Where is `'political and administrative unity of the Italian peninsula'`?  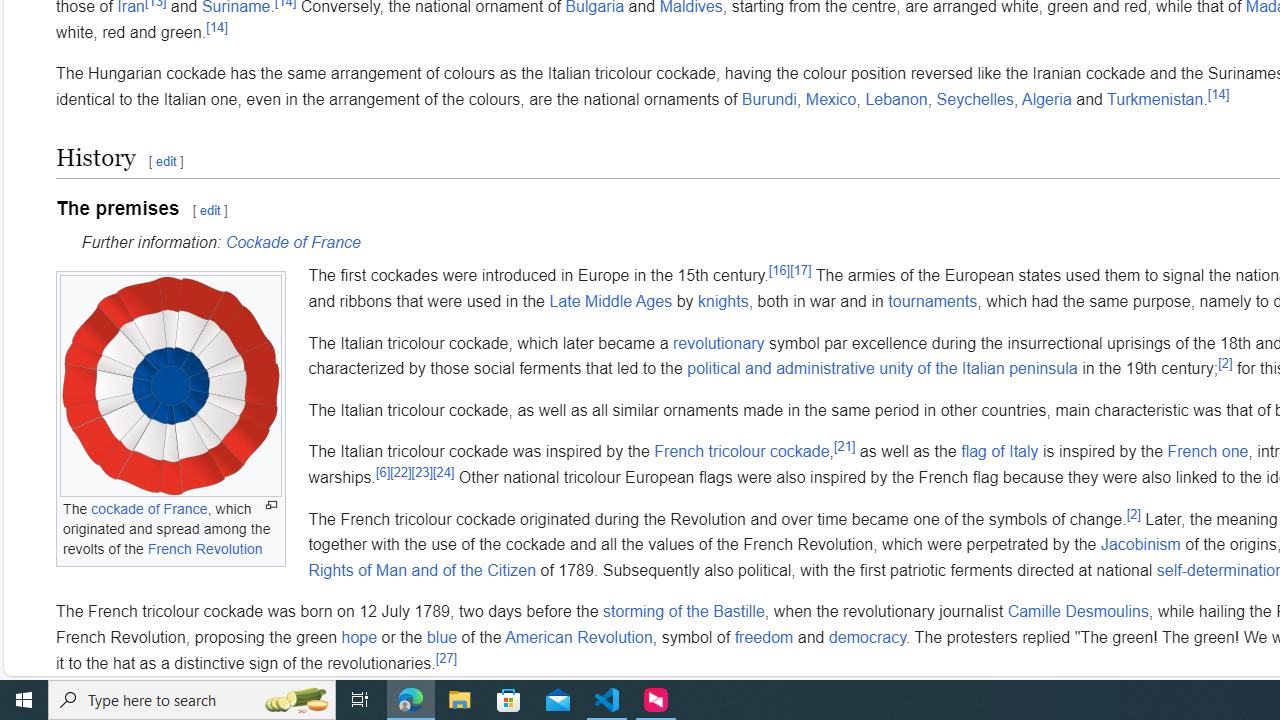 'political and administrative unity of the Italian peninsula' is located at coordinates (881, 368).